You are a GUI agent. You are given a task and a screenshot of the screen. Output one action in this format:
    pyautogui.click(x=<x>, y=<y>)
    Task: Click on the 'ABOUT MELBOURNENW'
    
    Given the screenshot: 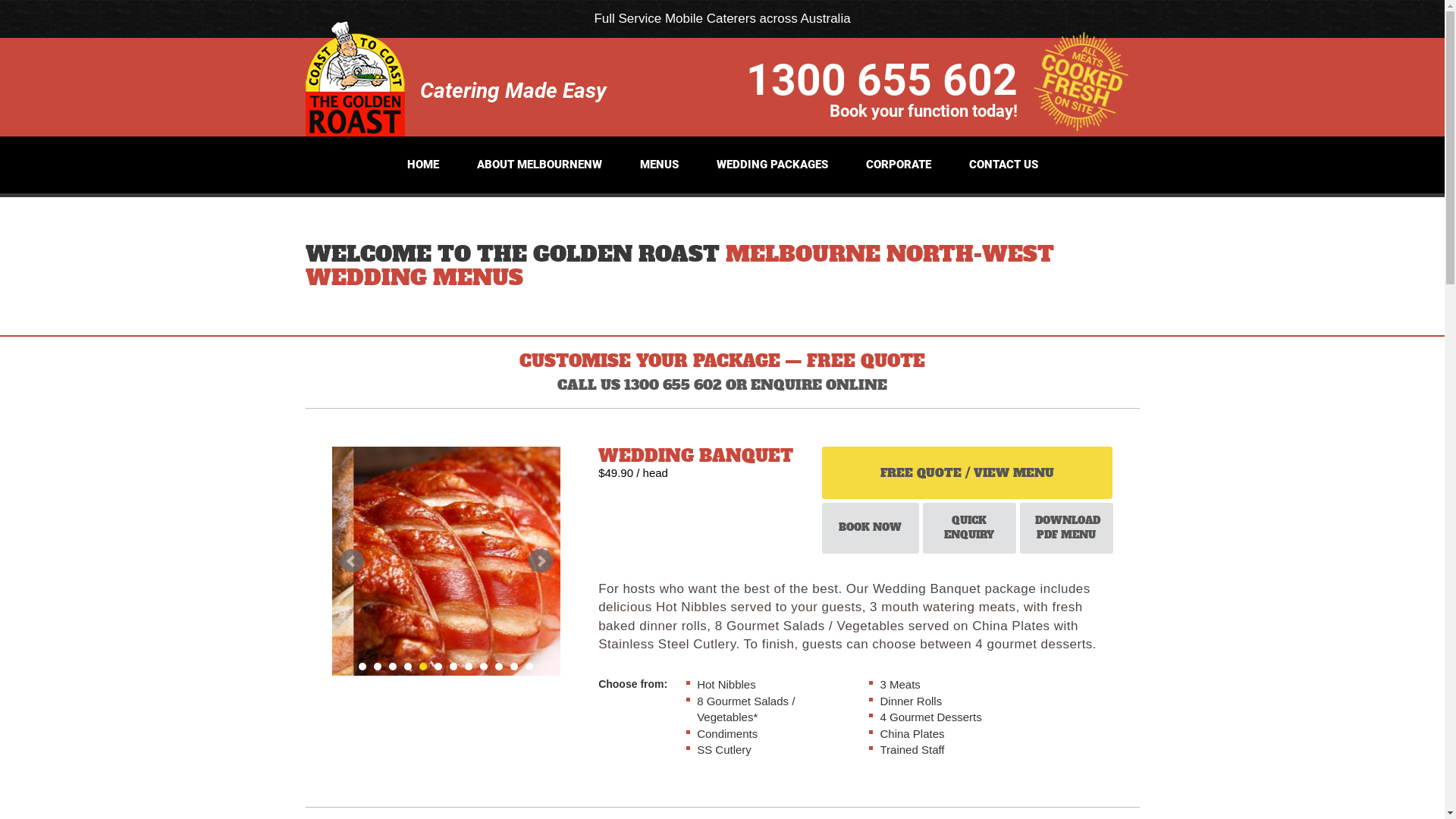 What is the action you would take?
    pyautogui.click(x=538, y=165)
    